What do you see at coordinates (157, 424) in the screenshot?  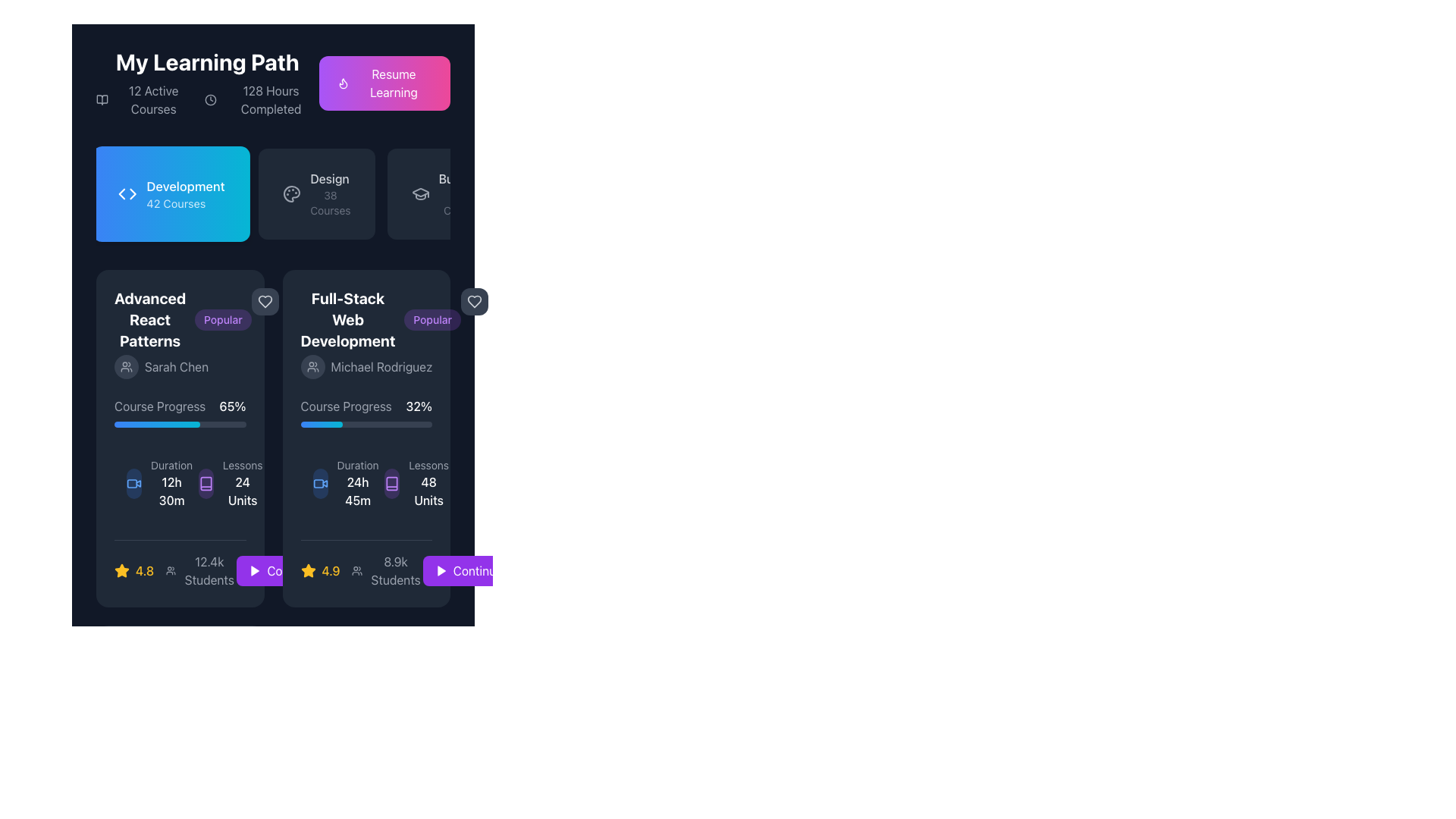 I see `the visual progress level of the horizontal progress bar with a gradient color transitioning from blue to cyan, located within the 'Course Progress' section of the 'Full-Stack Web Development' course card` at bounding box center [157, 424].